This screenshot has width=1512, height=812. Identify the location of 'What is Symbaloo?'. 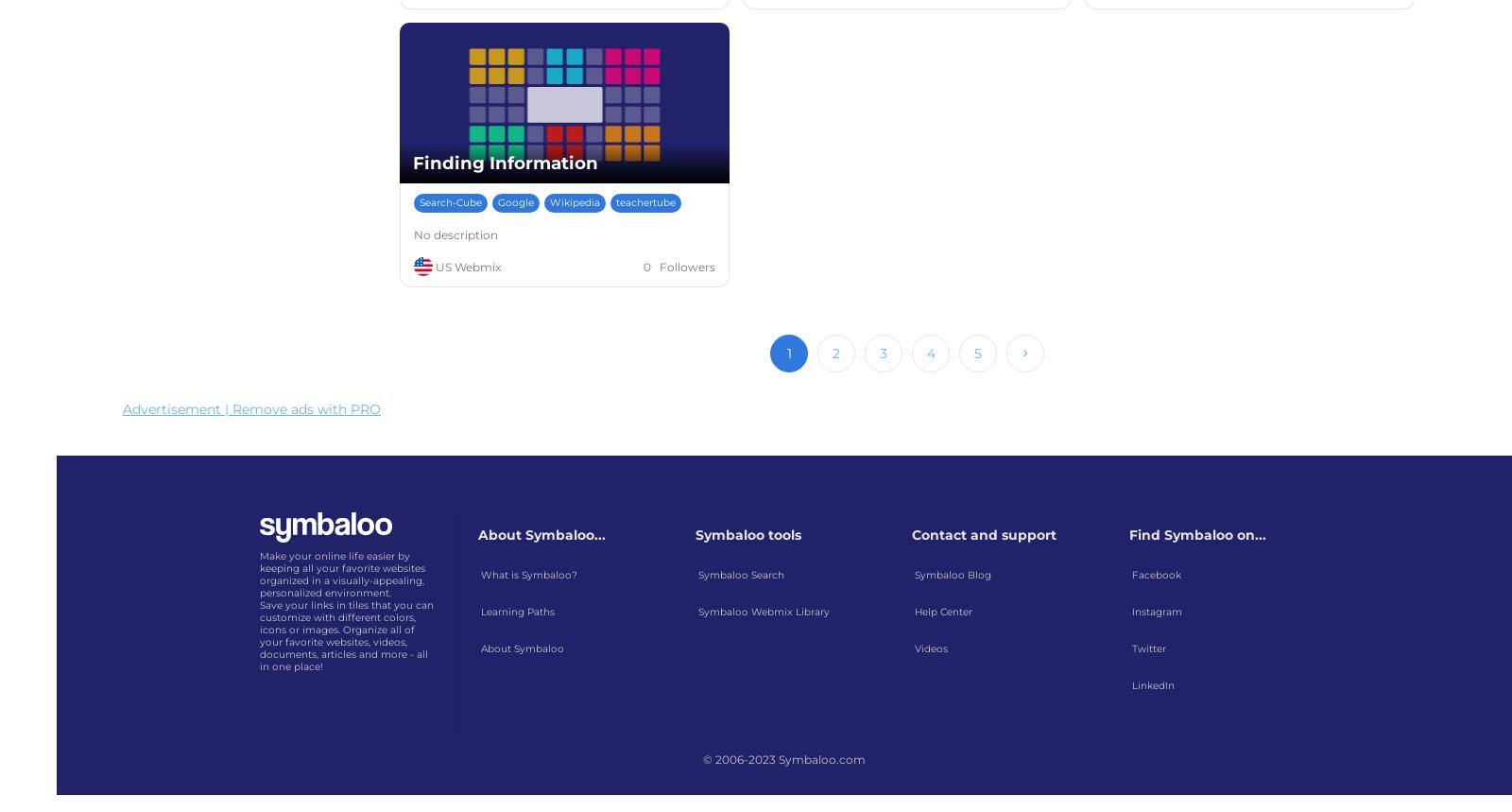
(527, 575).